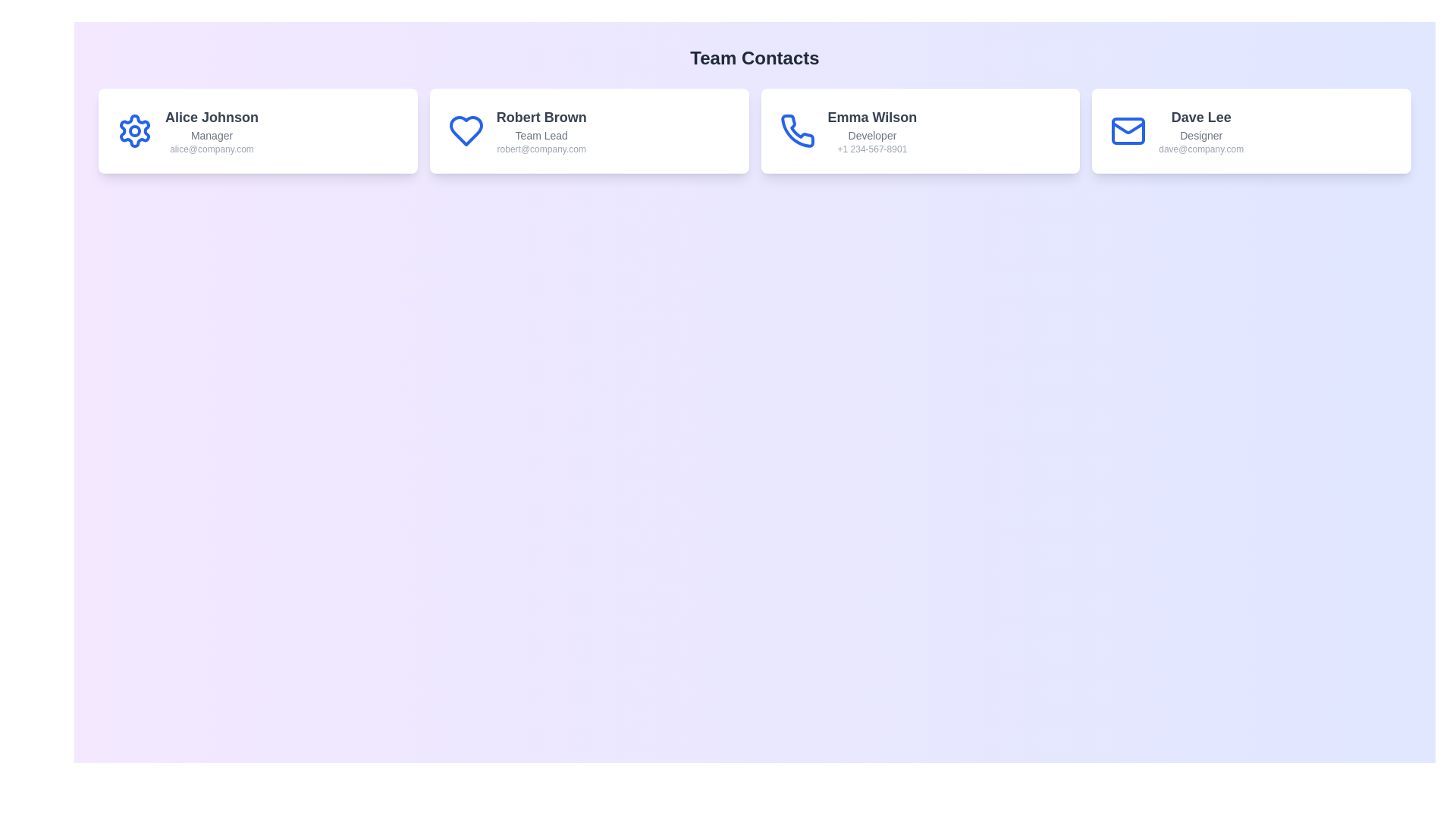 This screenshot has width=1456, height=819. I want to click on the profile card for 'Robert Brown', which is the second card in the 'Team Contacts' section, so click(588, 130).